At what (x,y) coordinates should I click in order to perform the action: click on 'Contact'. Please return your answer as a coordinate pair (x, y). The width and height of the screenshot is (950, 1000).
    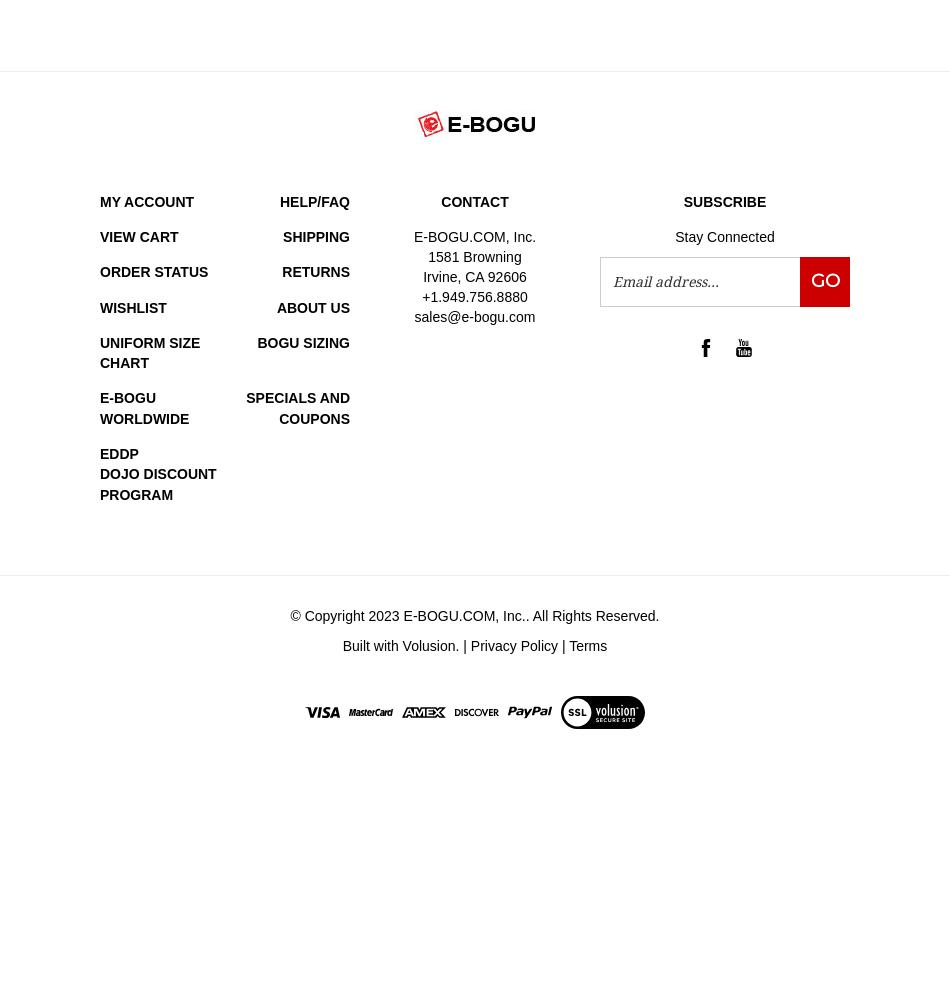
    Looking at the image, I should click on (473, 200).